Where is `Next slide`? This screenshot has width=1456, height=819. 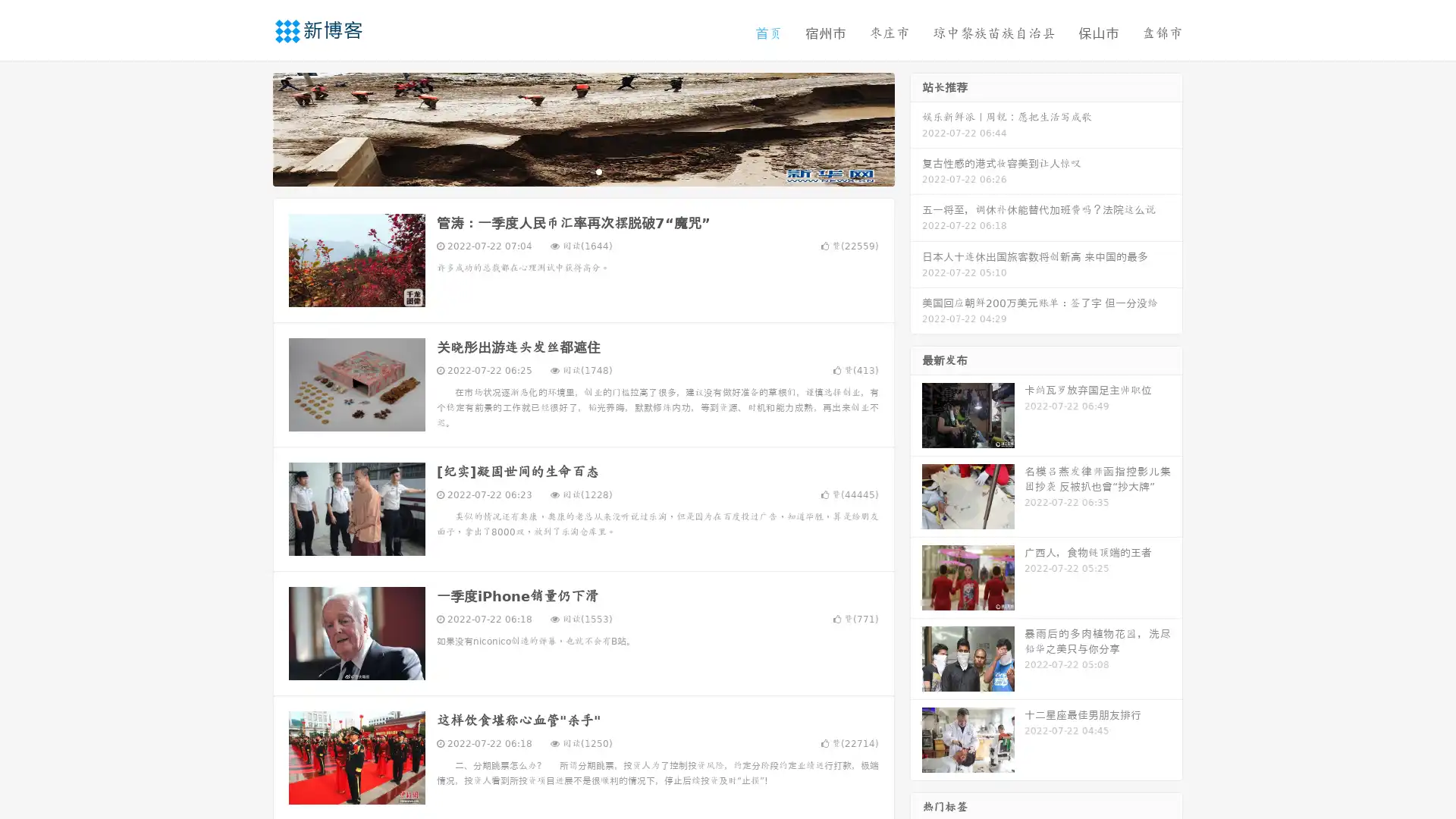 Next slide is located at coordinates (916, 127).